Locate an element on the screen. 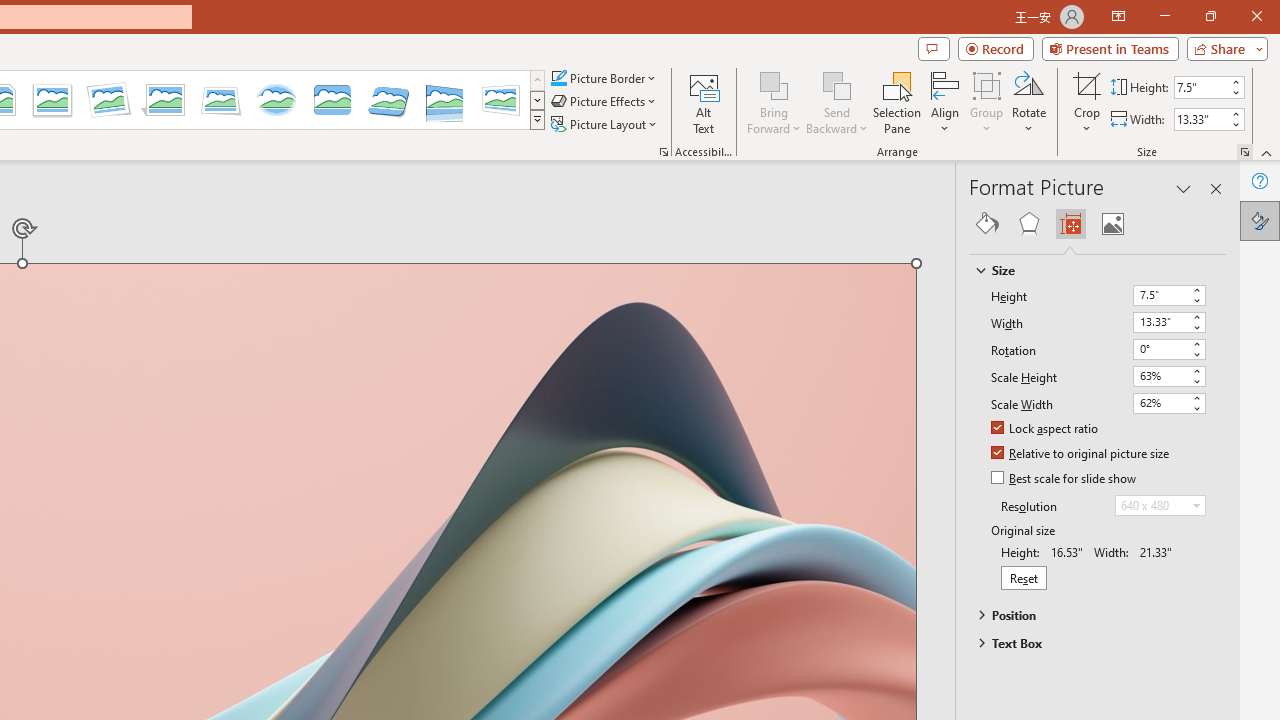 The image size is (1280, 720). 'Crop' is located at coordinates (1086, 84).